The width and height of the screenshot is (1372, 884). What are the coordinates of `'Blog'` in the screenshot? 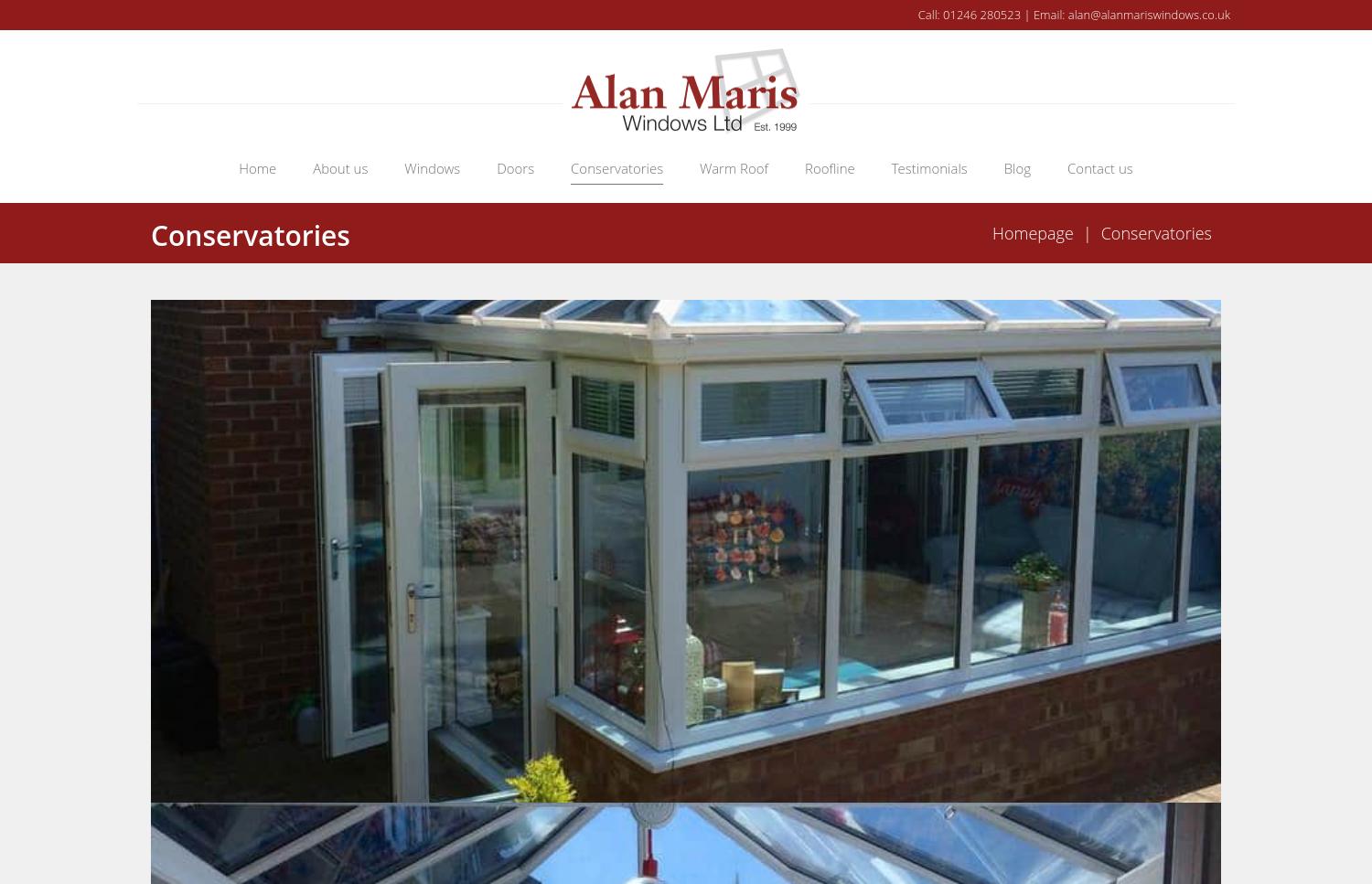 It's located at (1002, 166).